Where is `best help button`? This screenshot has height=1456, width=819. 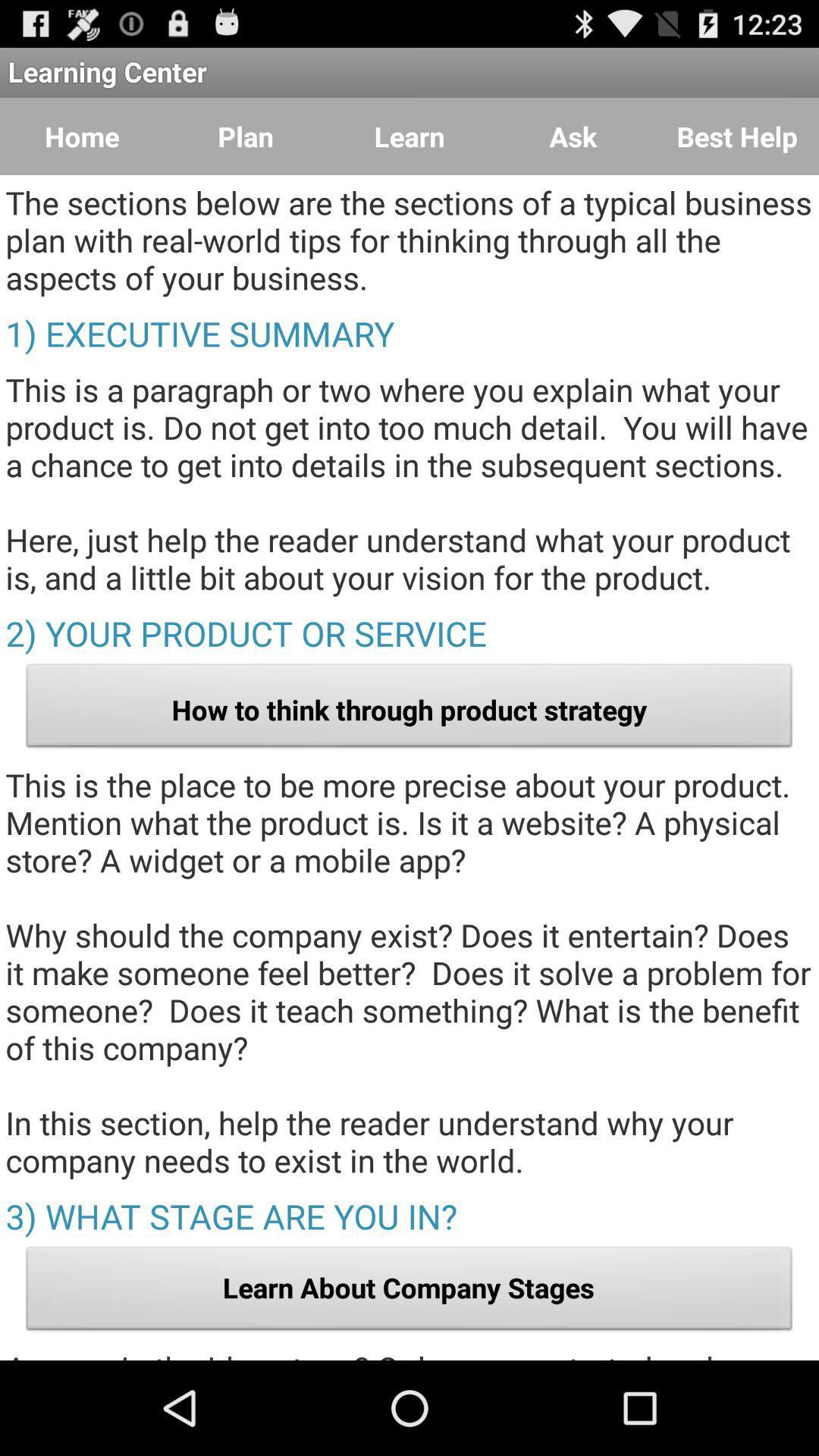
best help button is located at coordinates (736, 136).